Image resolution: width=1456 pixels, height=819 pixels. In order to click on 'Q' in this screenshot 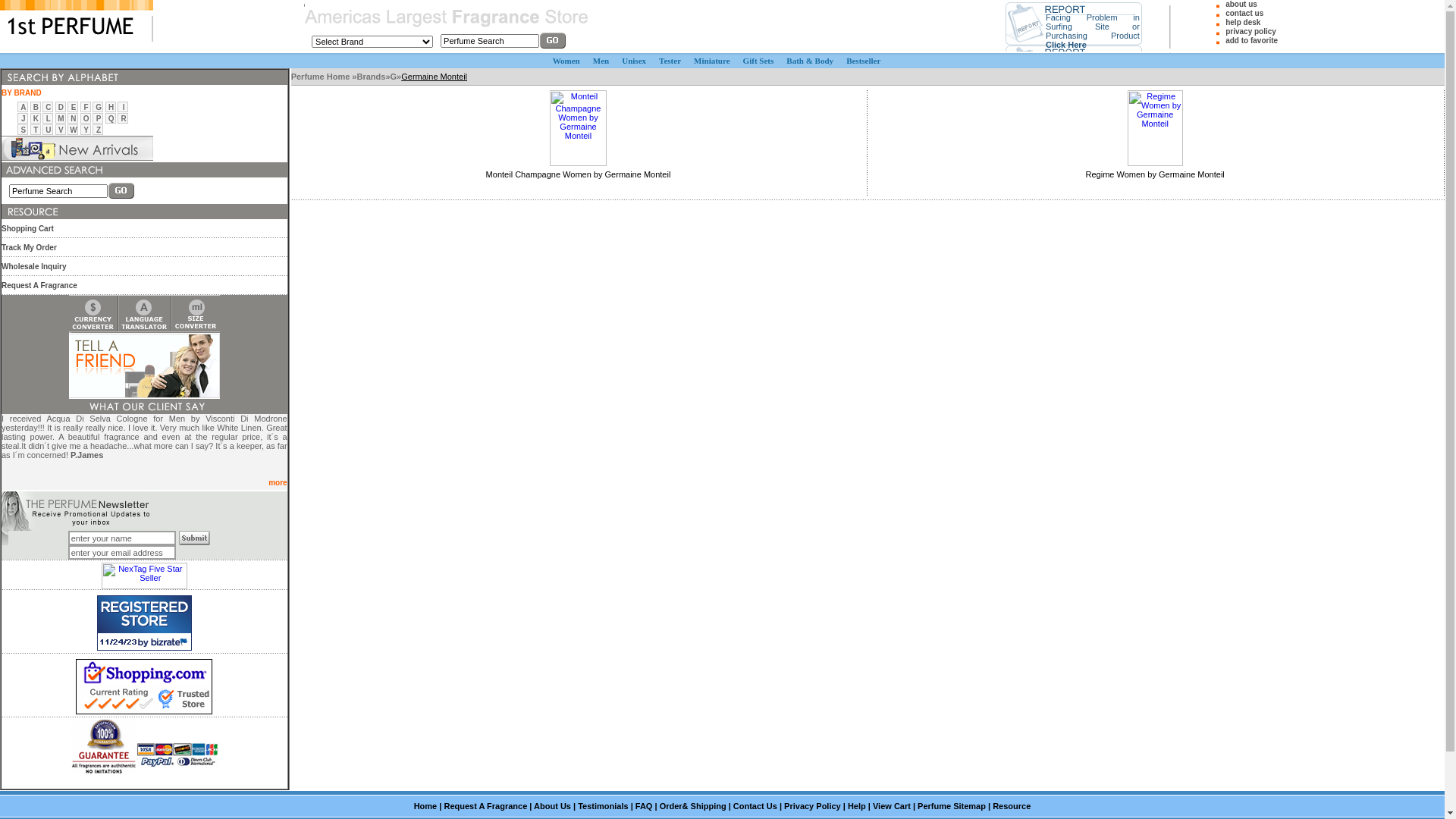, I will do `click(111, 117)`.